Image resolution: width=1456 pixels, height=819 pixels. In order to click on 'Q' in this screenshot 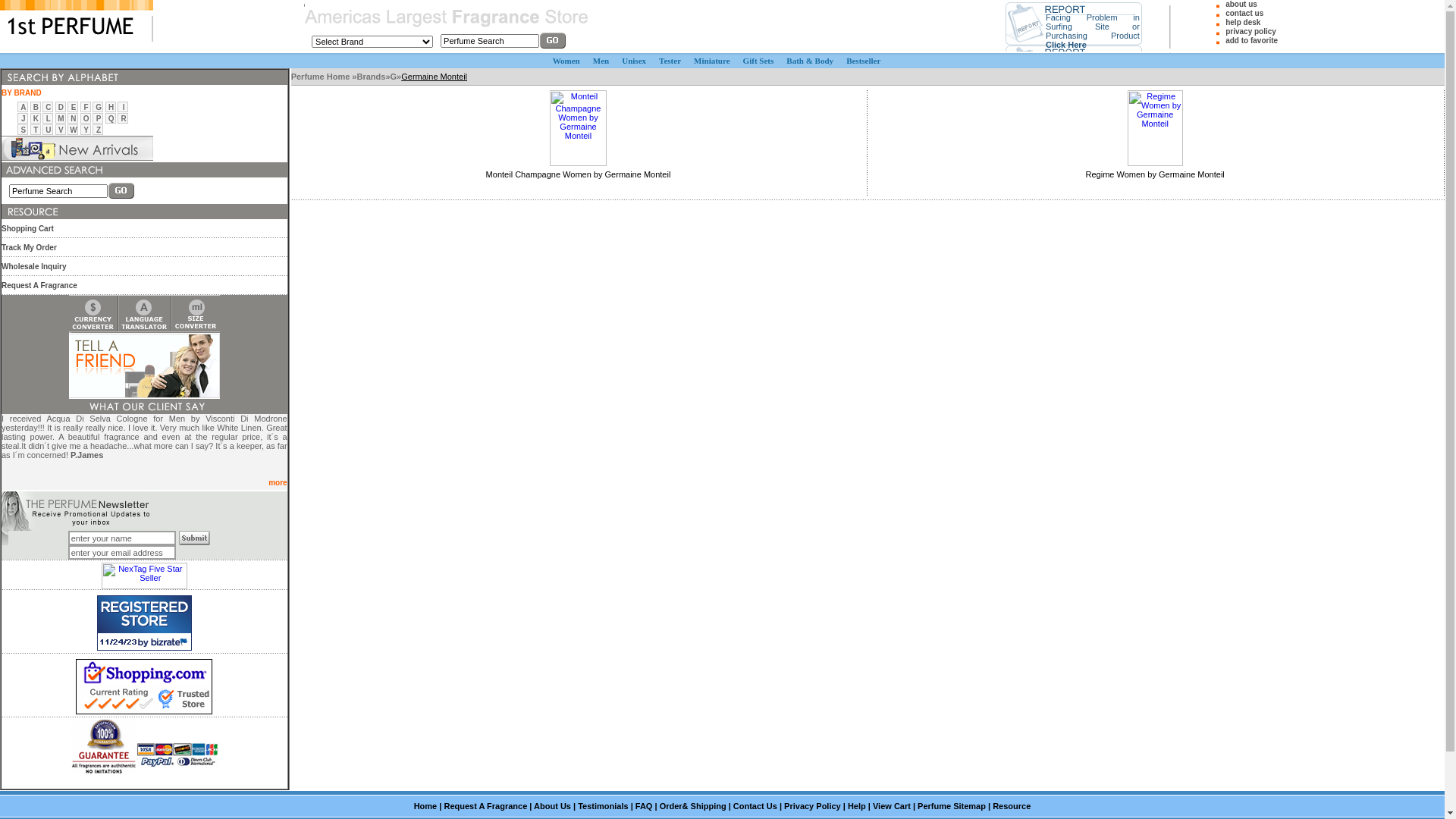, I will do `click(111, 117)`.